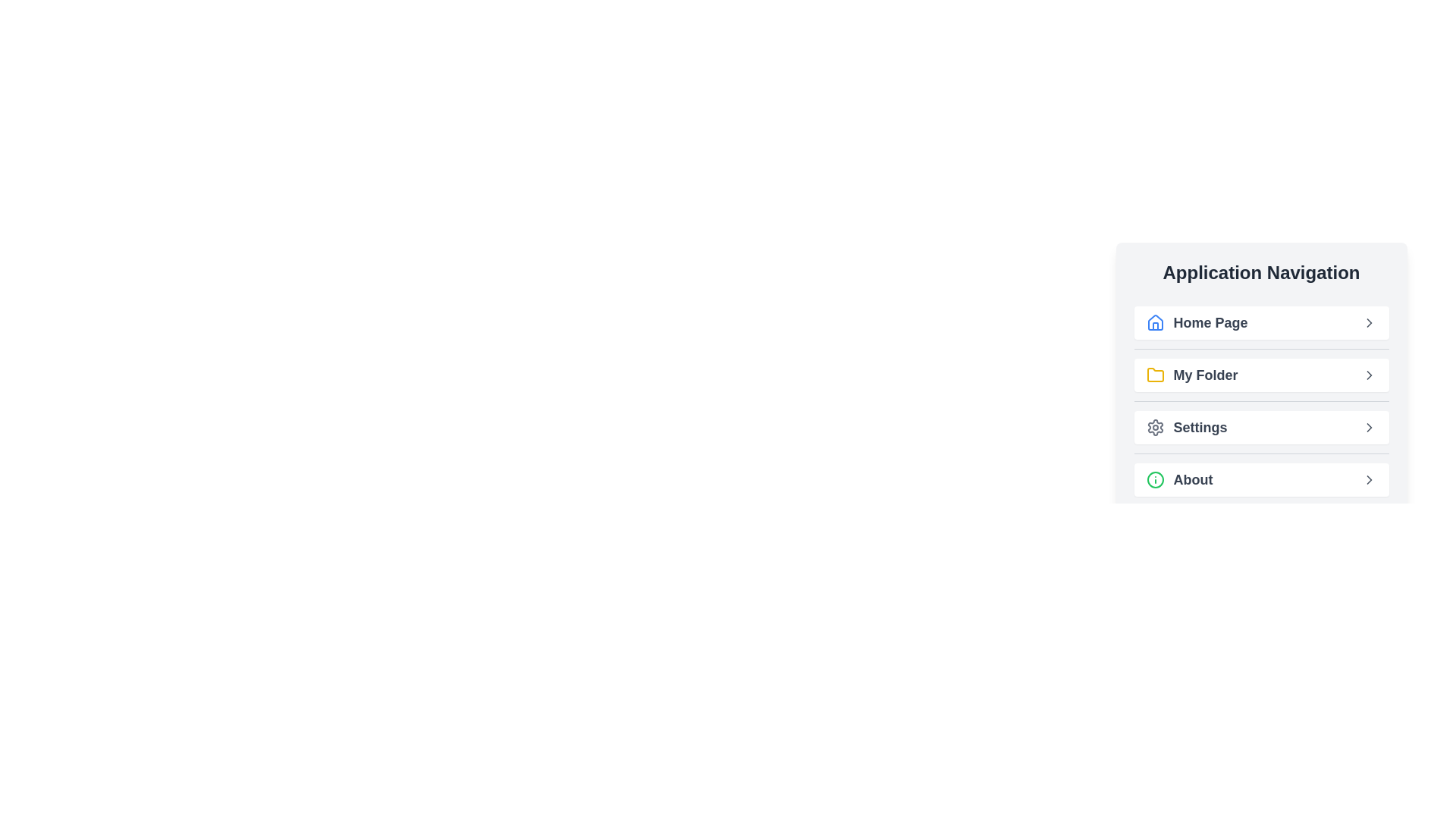 The height and width of the screenshot is (819, 1456). I want to click on the first navigation item in the vertical list, so click(1261, 322).